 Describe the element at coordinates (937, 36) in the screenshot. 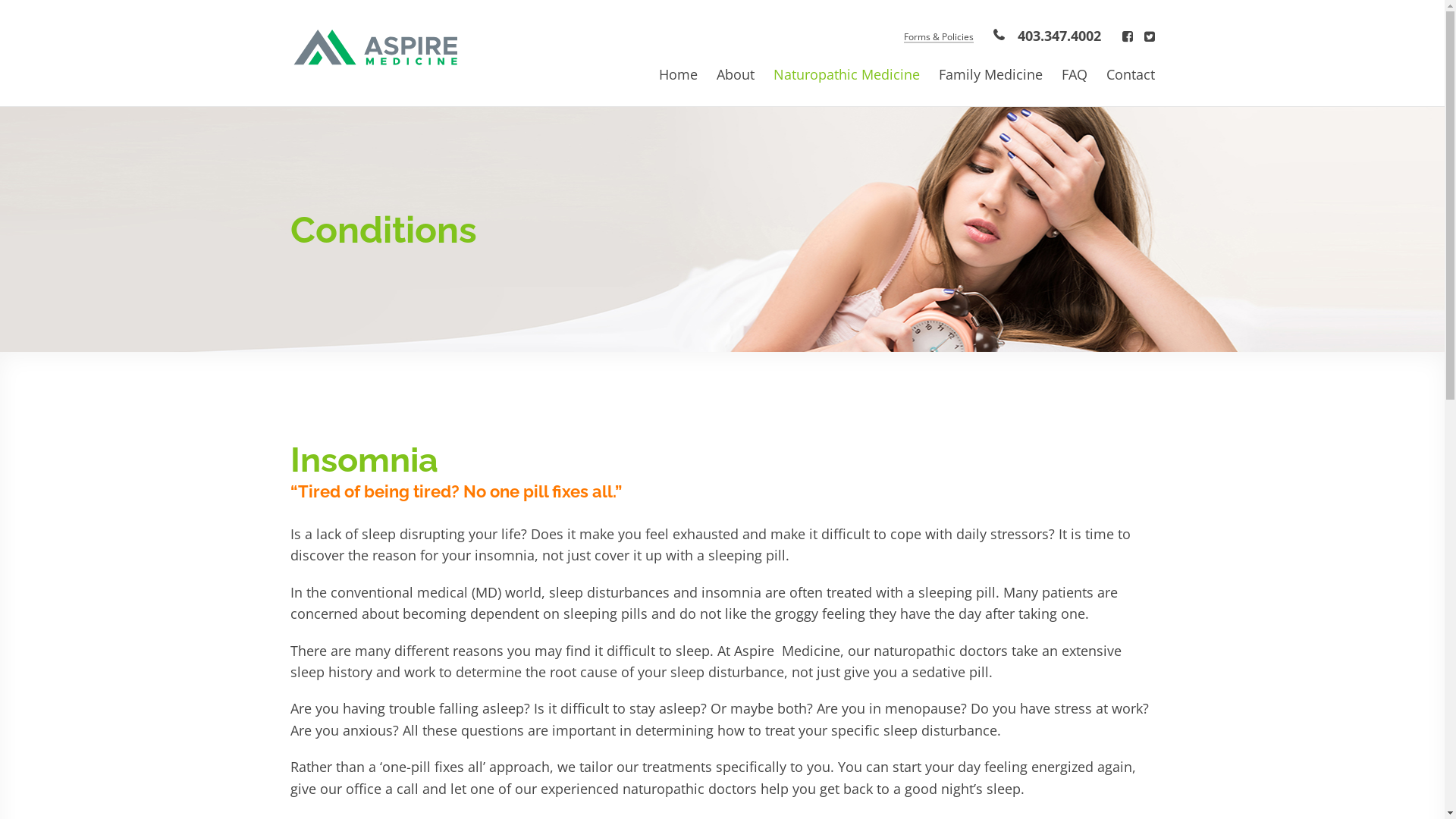

I see `'Forms & Policies'` at that location.